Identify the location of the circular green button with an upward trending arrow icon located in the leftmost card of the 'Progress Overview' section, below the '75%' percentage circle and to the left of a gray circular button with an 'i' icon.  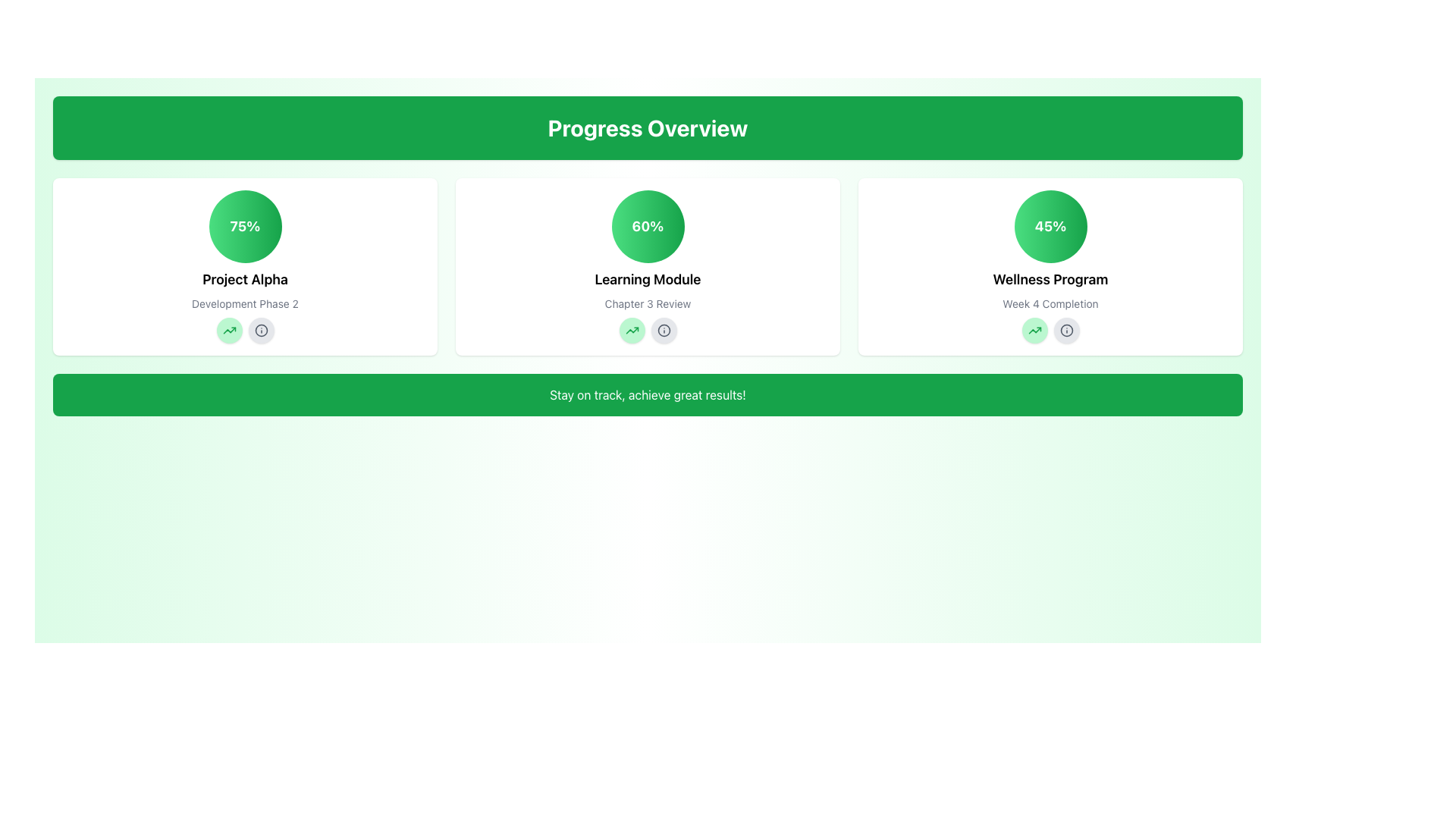
(228, 329).